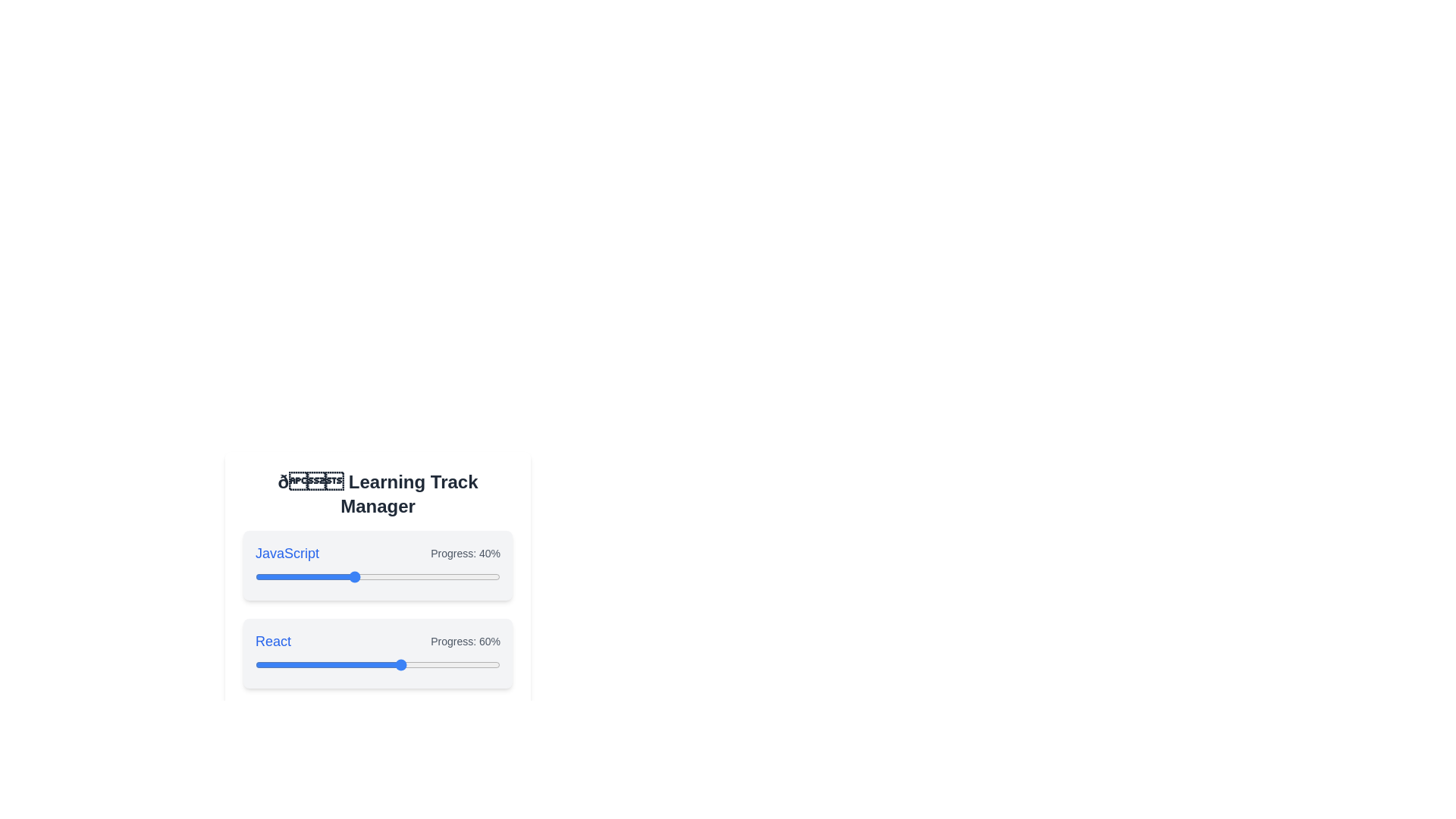  What do you see at coordinates (357, 576) in the screenshot?
I see `the progress for 'JavaScript' track` at bounding box center [357, 576].